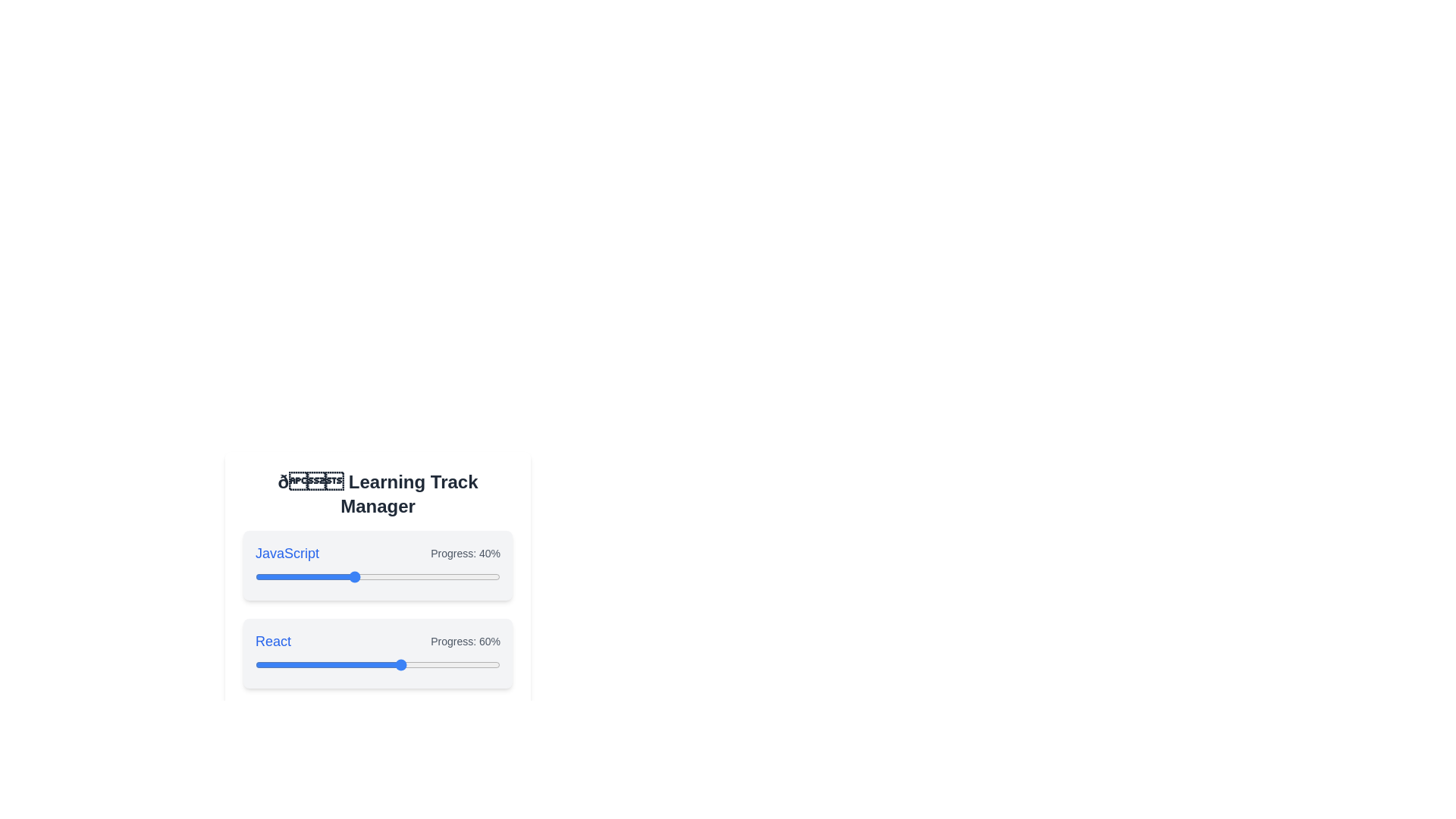  What do you see at coordinates (357, 576) in the screenshot?
I see `the progress for 'JavaScript' track` at bounding box center [357, 576].